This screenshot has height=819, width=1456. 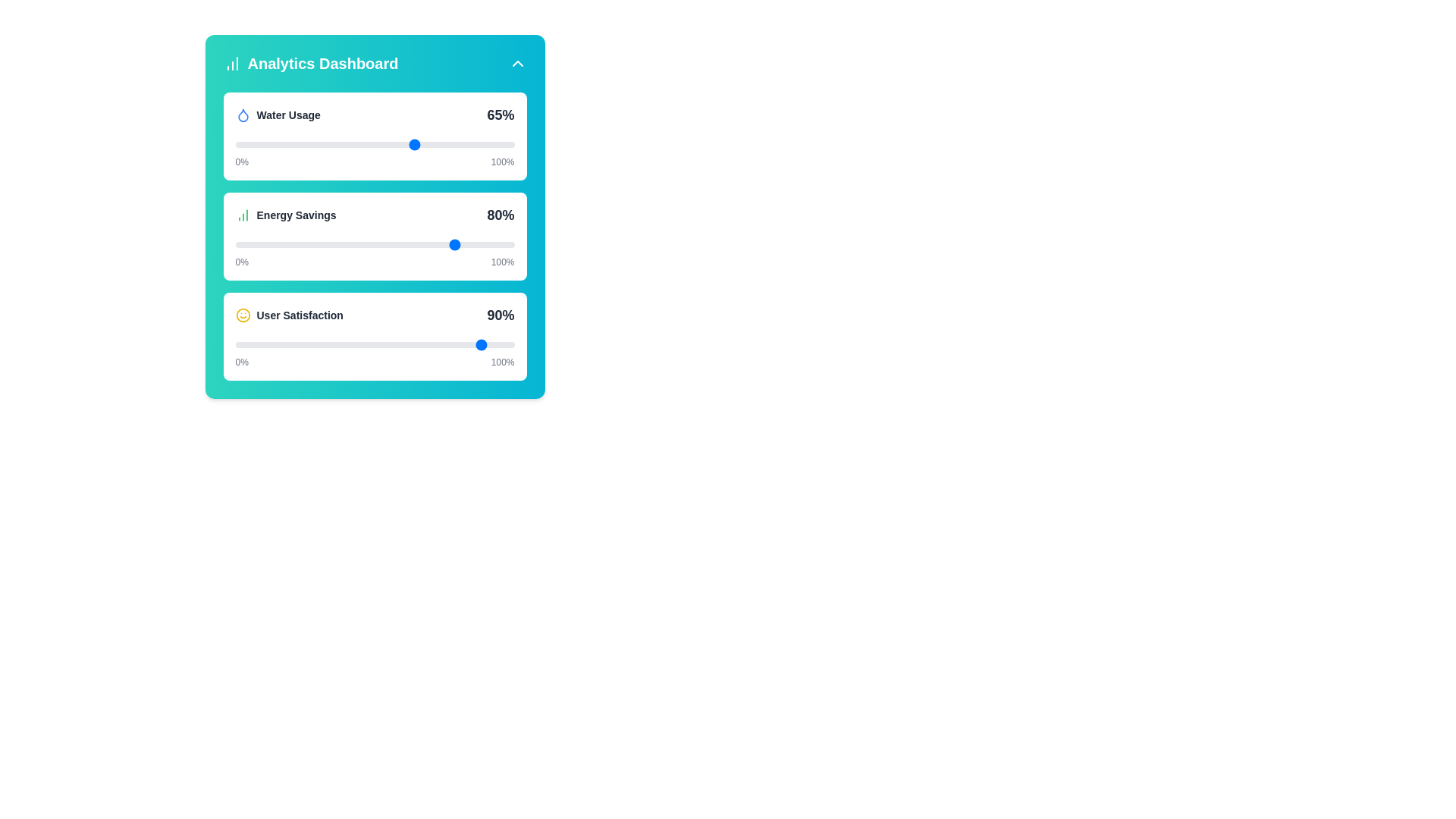 What do you see at coordinates (391, 145) in the screenshot?
I see `the water usage slider` at bounding box center [391, 145].